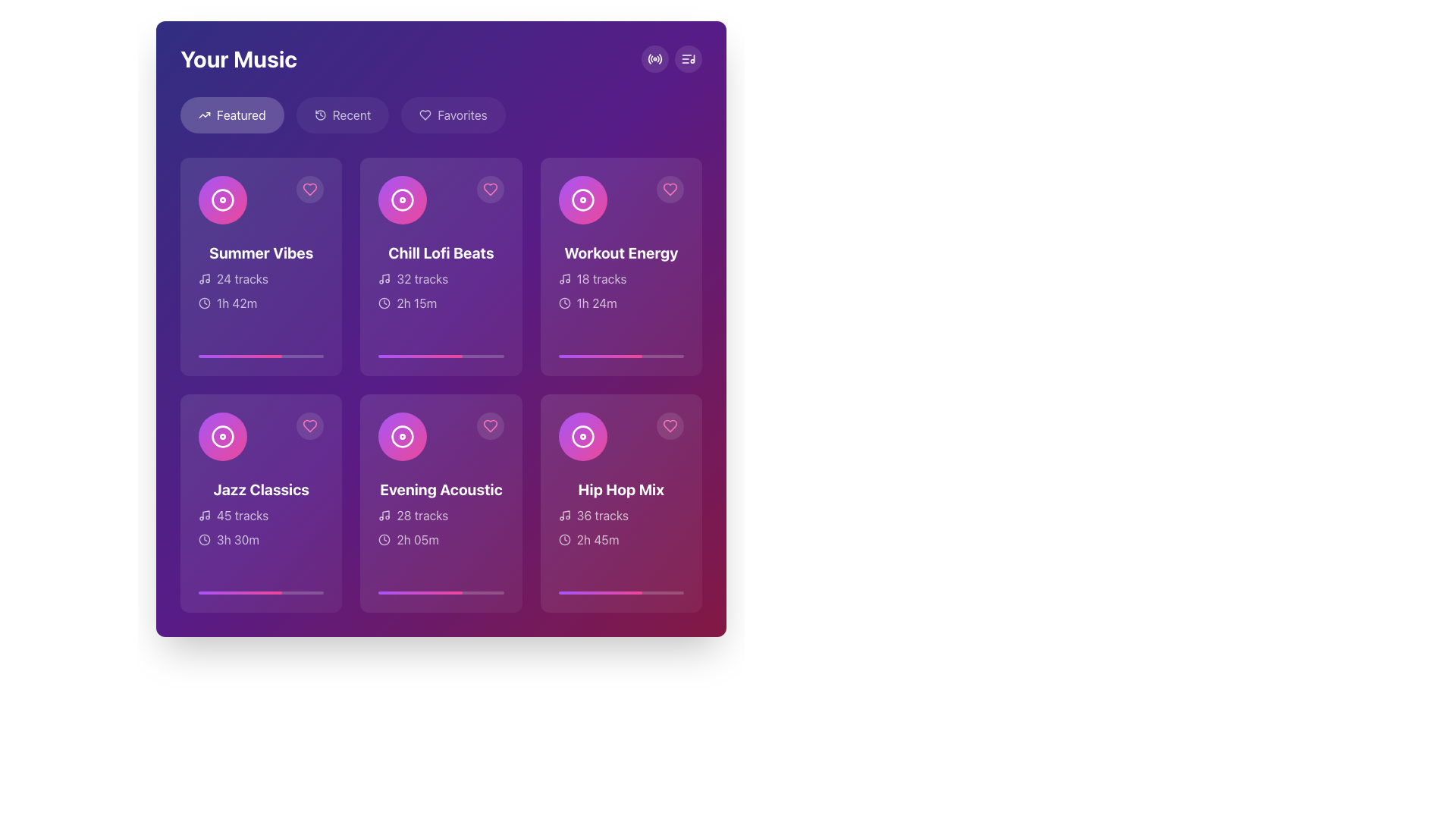  I want to click on the Information card that displays details about a specific music playlist, located in the top row of the grid layout, specifically the first card from the left in the 'Your Music' section, so click(261, 278).